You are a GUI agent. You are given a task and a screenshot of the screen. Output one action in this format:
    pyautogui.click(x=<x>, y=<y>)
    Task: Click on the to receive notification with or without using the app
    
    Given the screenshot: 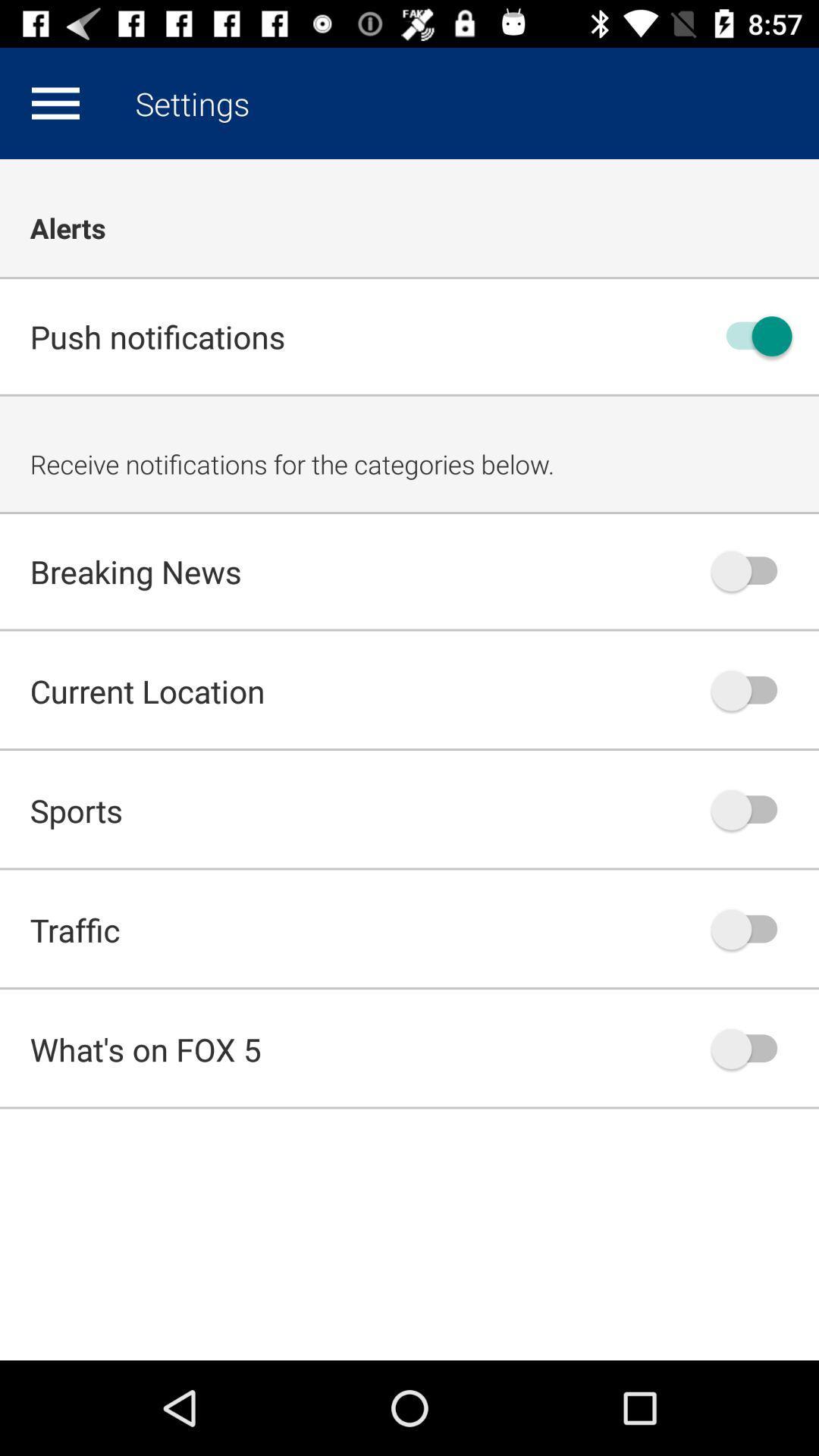 What is the action you would take?
    pyautogui.click(x=752, y=335)
    